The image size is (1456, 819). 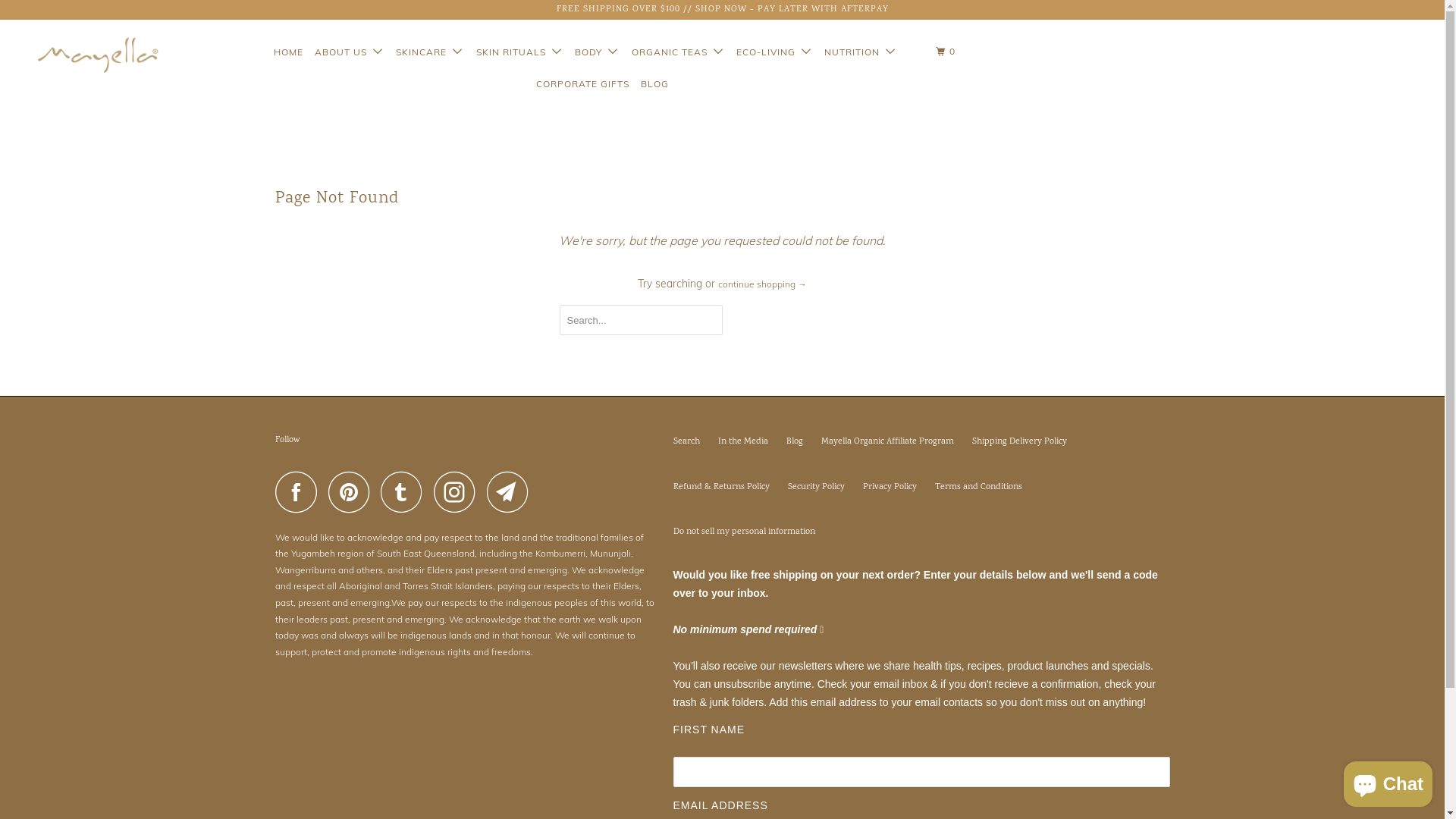 I want to click on 'CORPORATE GIFTS', so click(x=581, y=84).